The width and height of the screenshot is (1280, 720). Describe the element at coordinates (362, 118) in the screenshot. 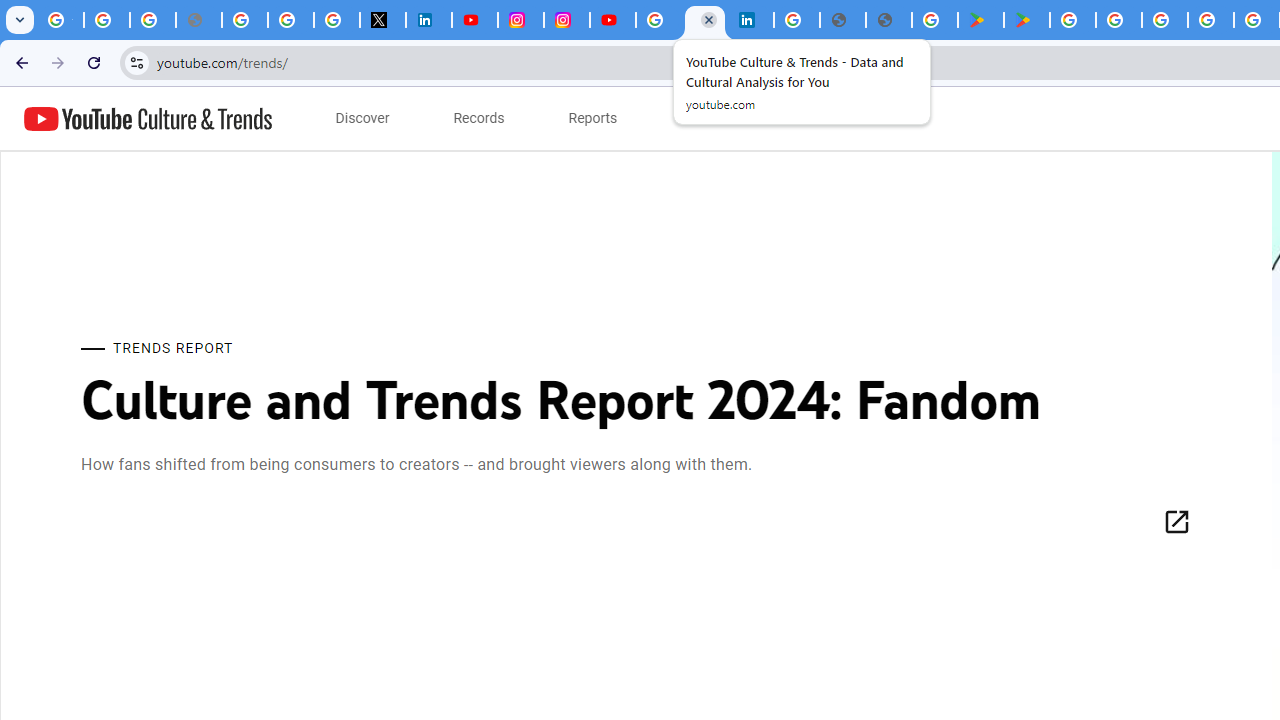

I see `'subnav-Discover menupopup'` at that location.